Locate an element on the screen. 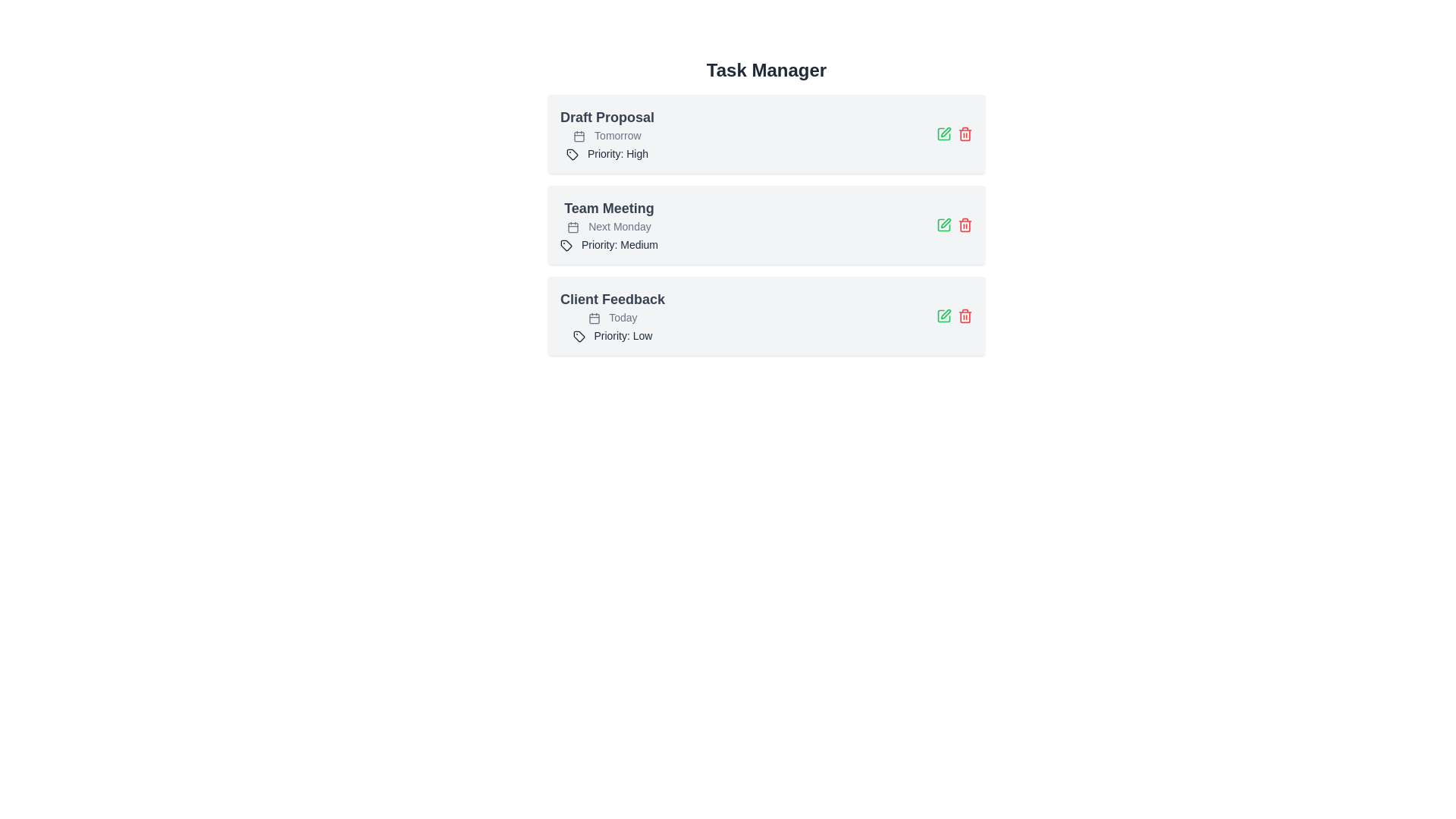 The width and height of the screenshot is (1456, 819). the Vector Icon with a diagonal split located in the 'Client Feedback' task item, positioned to the left of the 'Priority: Low' tag is located at coordinates (578, 336).